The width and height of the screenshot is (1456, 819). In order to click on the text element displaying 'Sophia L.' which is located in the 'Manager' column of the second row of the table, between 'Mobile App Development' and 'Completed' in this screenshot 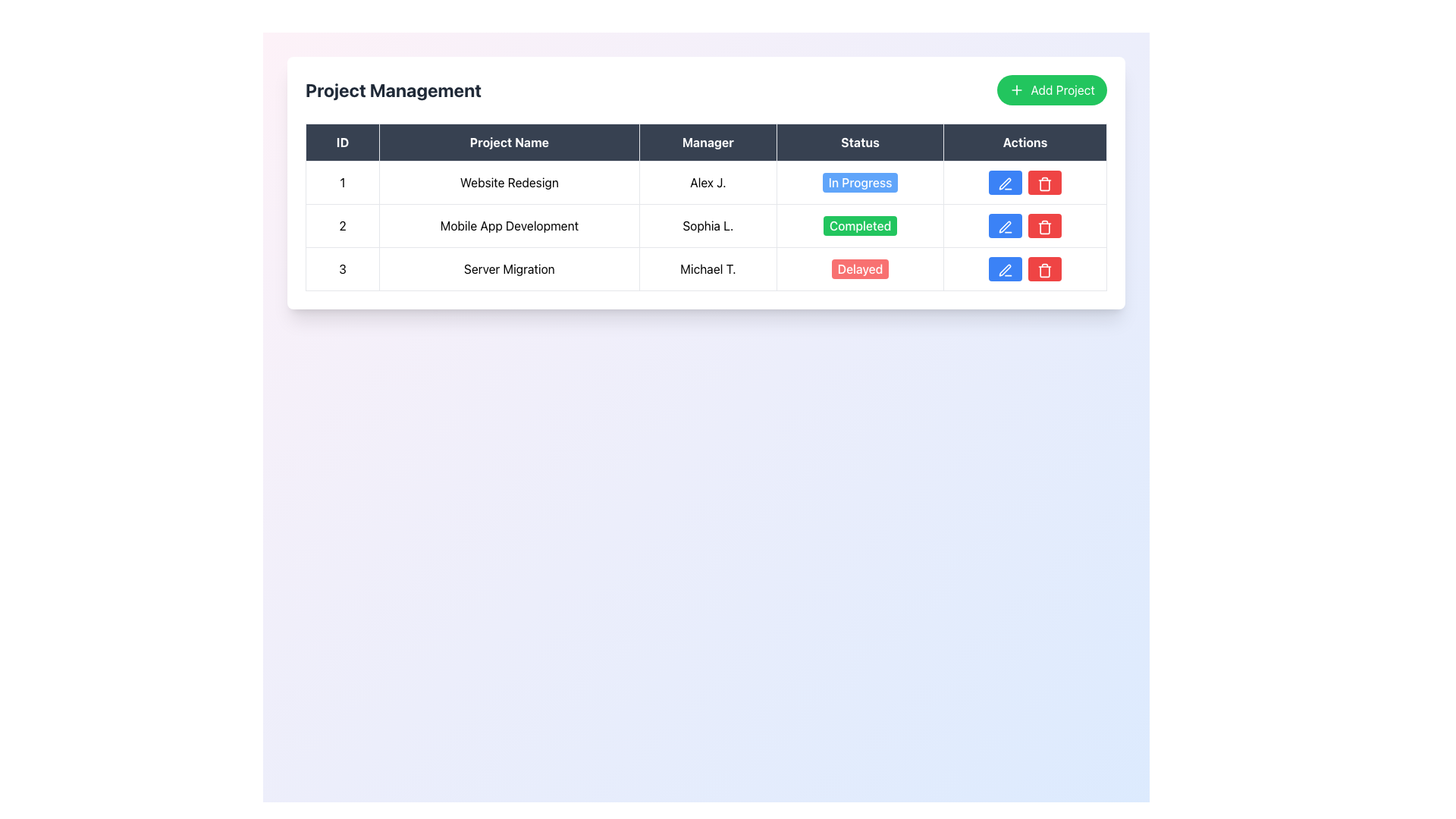, I will do `click(707, 225)`.